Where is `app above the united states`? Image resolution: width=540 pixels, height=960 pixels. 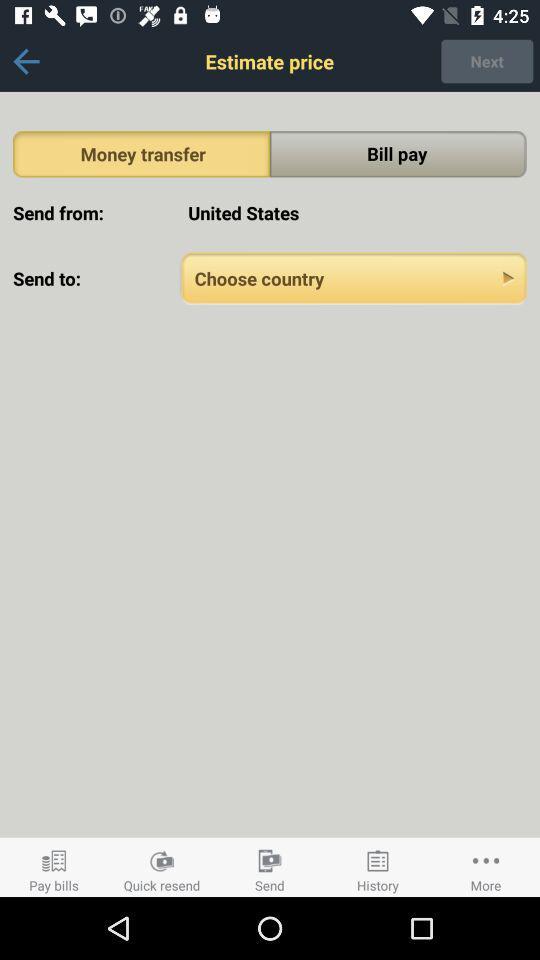
app above the united states is located at coordinates (398, 153).